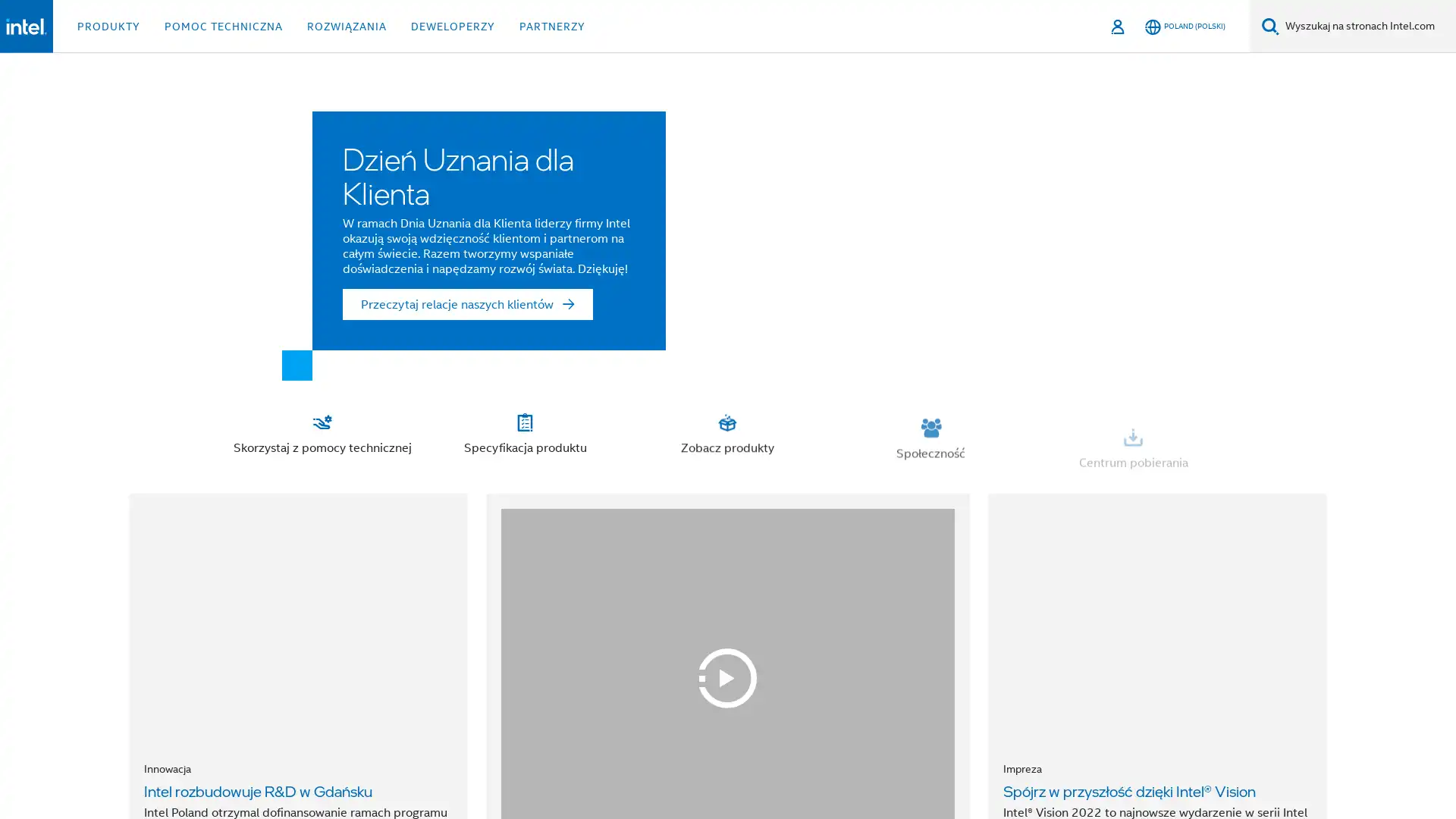  Describe the element at coordinates (1270, 26) in the screenshot. I see `Search` at that location.